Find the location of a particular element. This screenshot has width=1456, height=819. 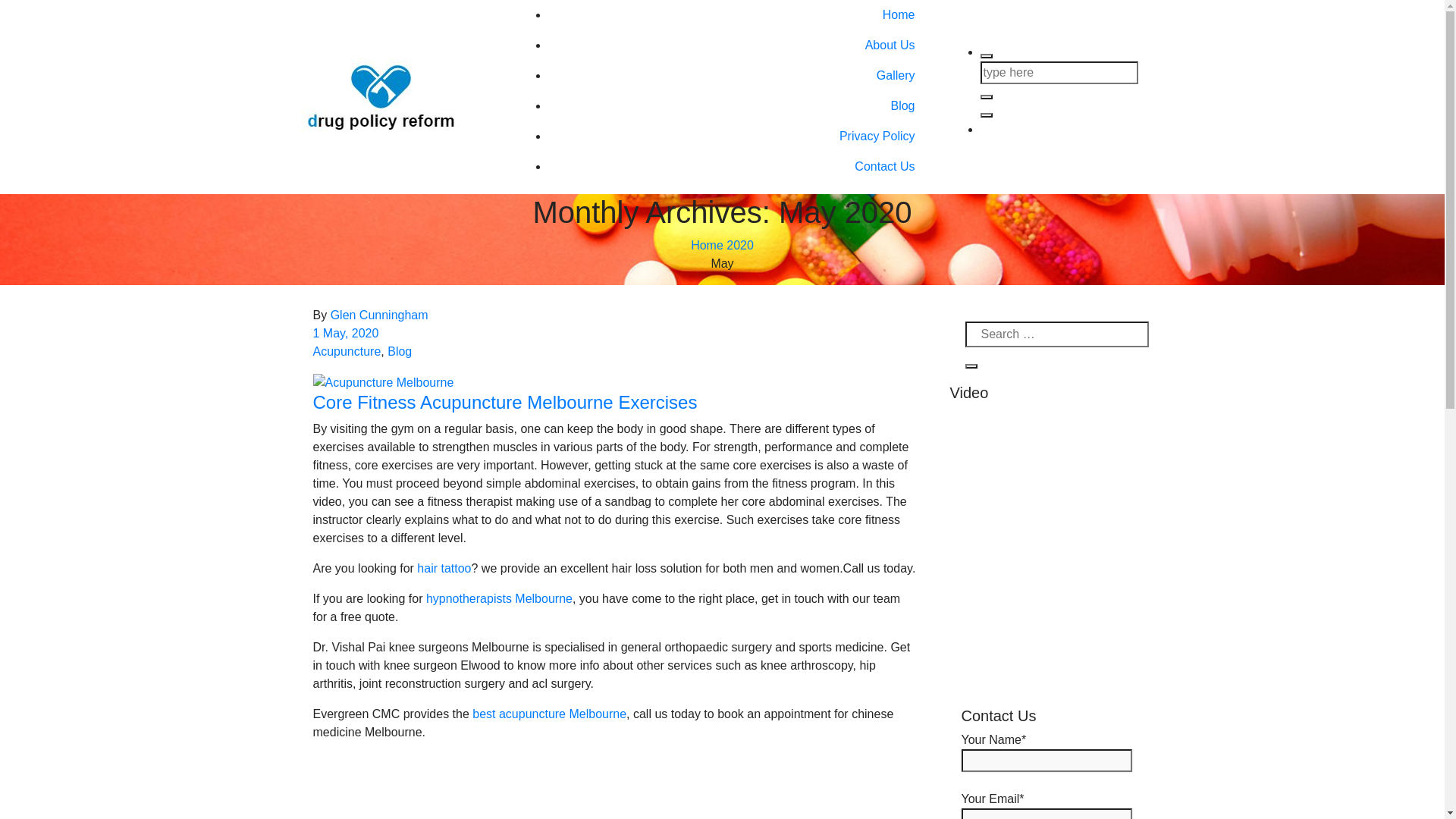

'2020' is located at coordinates (726, 244).